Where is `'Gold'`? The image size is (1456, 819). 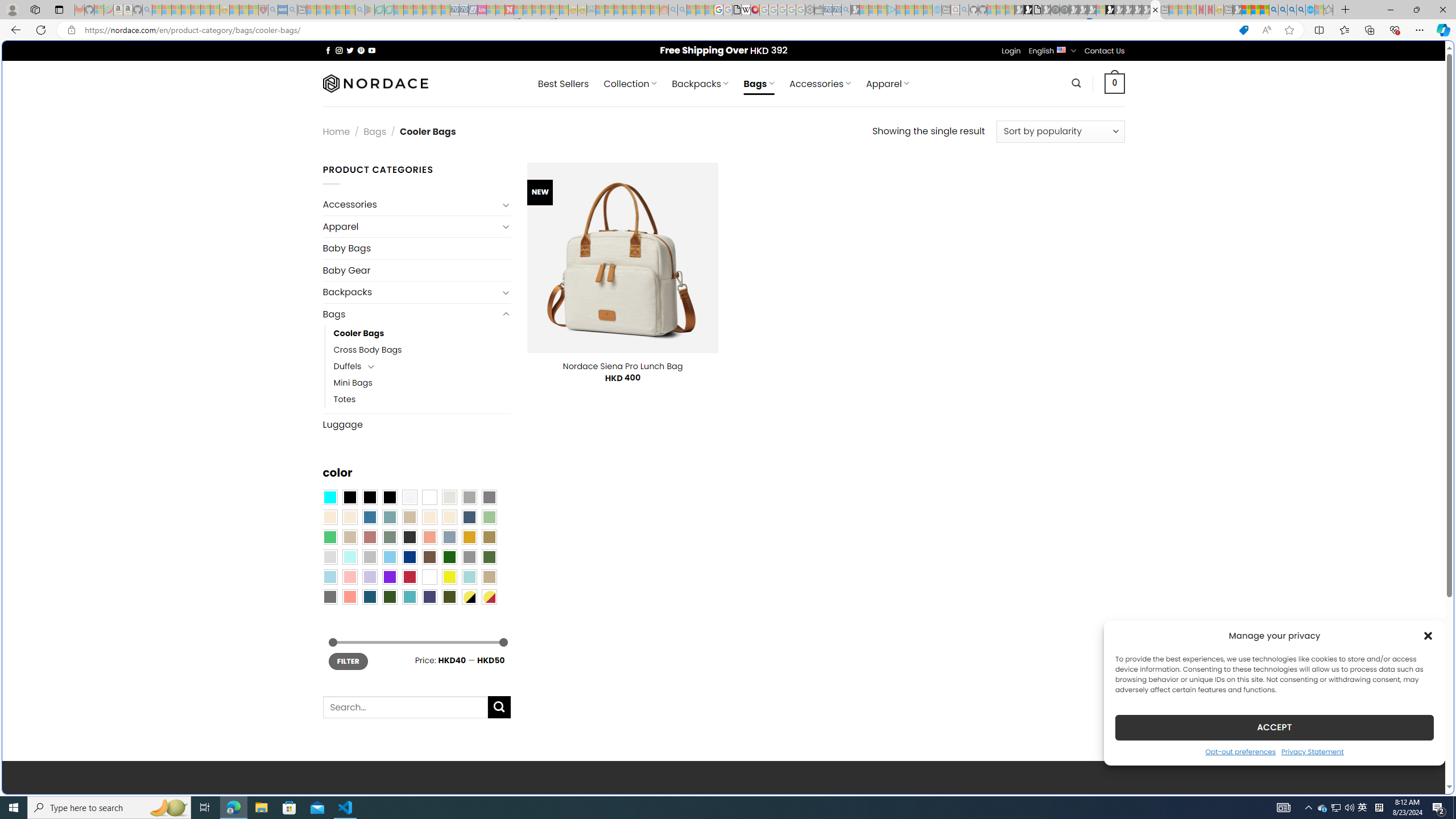 'Gold' is located at coordinates (468, 536).